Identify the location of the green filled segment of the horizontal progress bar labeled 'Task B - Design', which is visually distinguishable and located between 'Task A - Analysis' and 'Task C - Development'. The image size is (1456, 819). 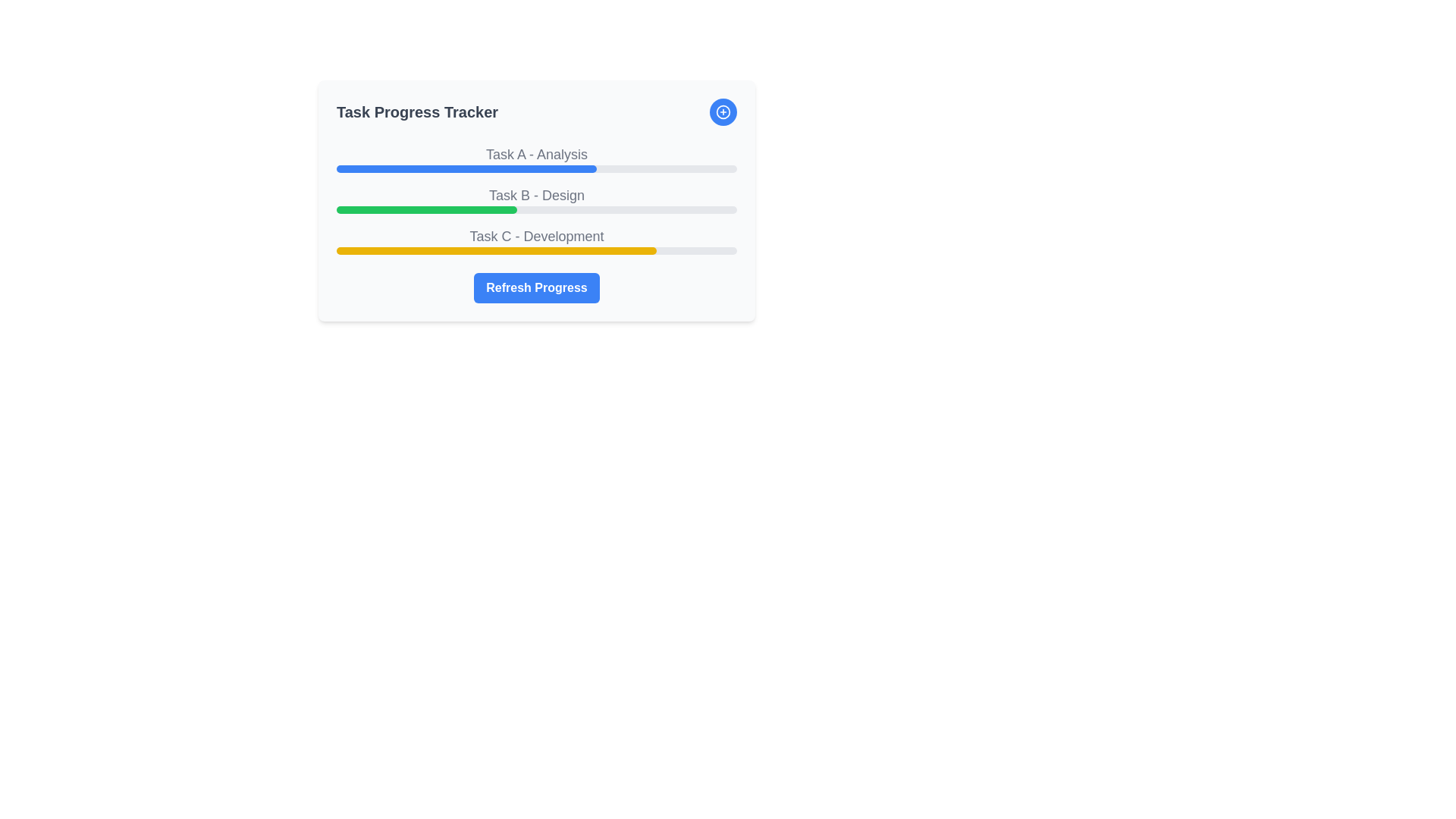
(425, 210).